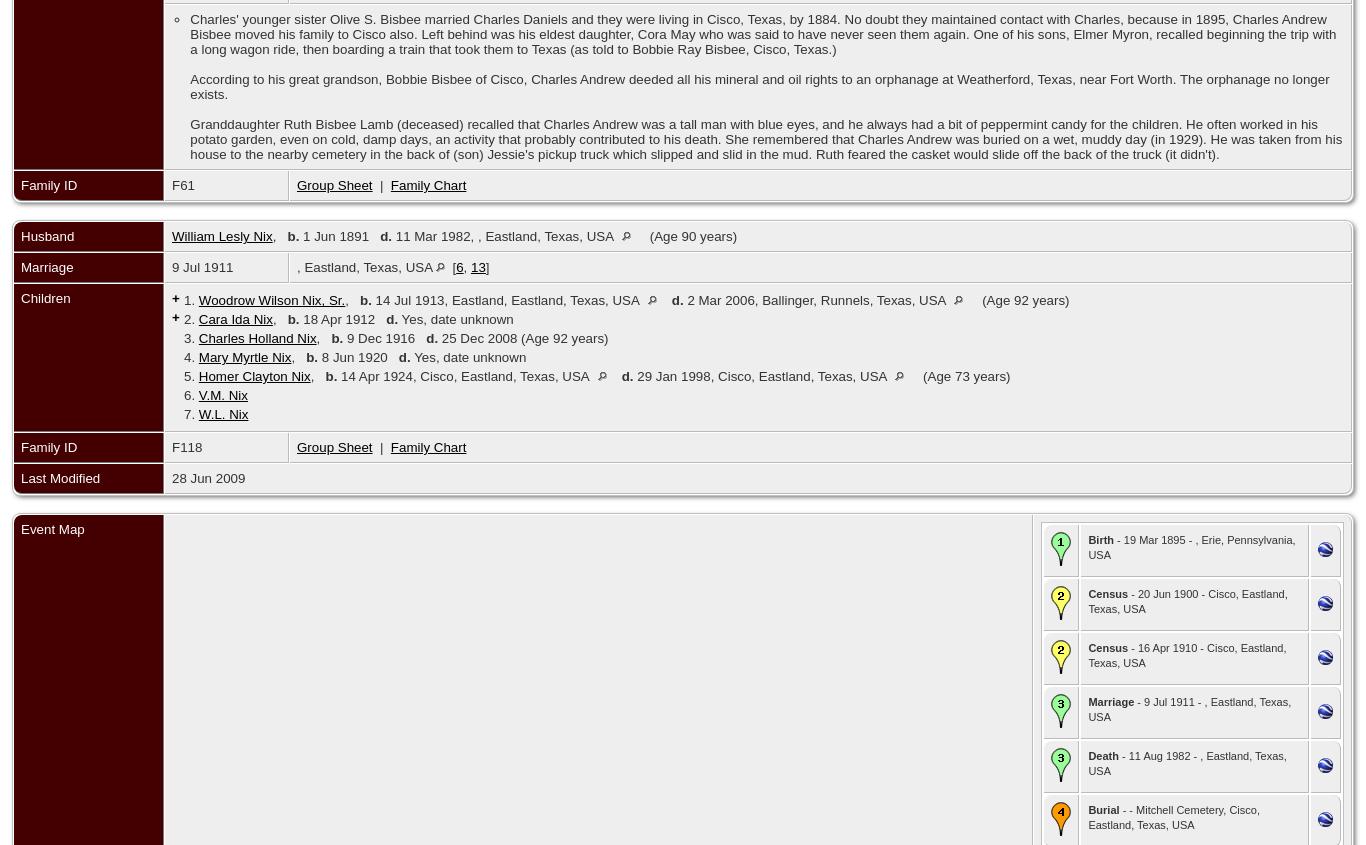 Image resolution: width=1366 pixels, height=845 pixels. What do you see at coordinates (196, 413) in the screenshot?
I see `'W.L. Nix'` at bounding box center [196, 413].